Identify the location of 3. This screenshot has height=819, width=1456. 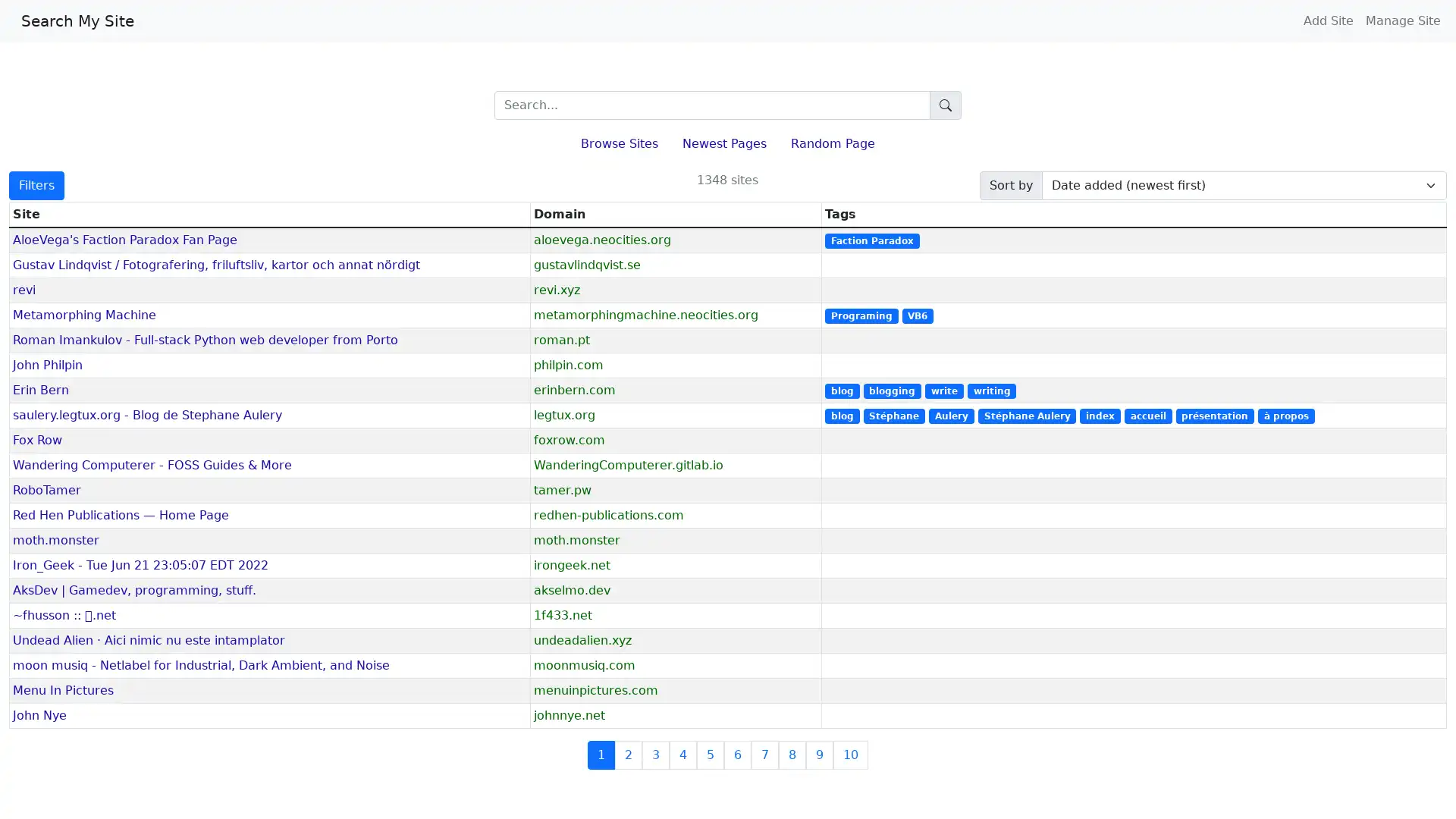
(655, 755).